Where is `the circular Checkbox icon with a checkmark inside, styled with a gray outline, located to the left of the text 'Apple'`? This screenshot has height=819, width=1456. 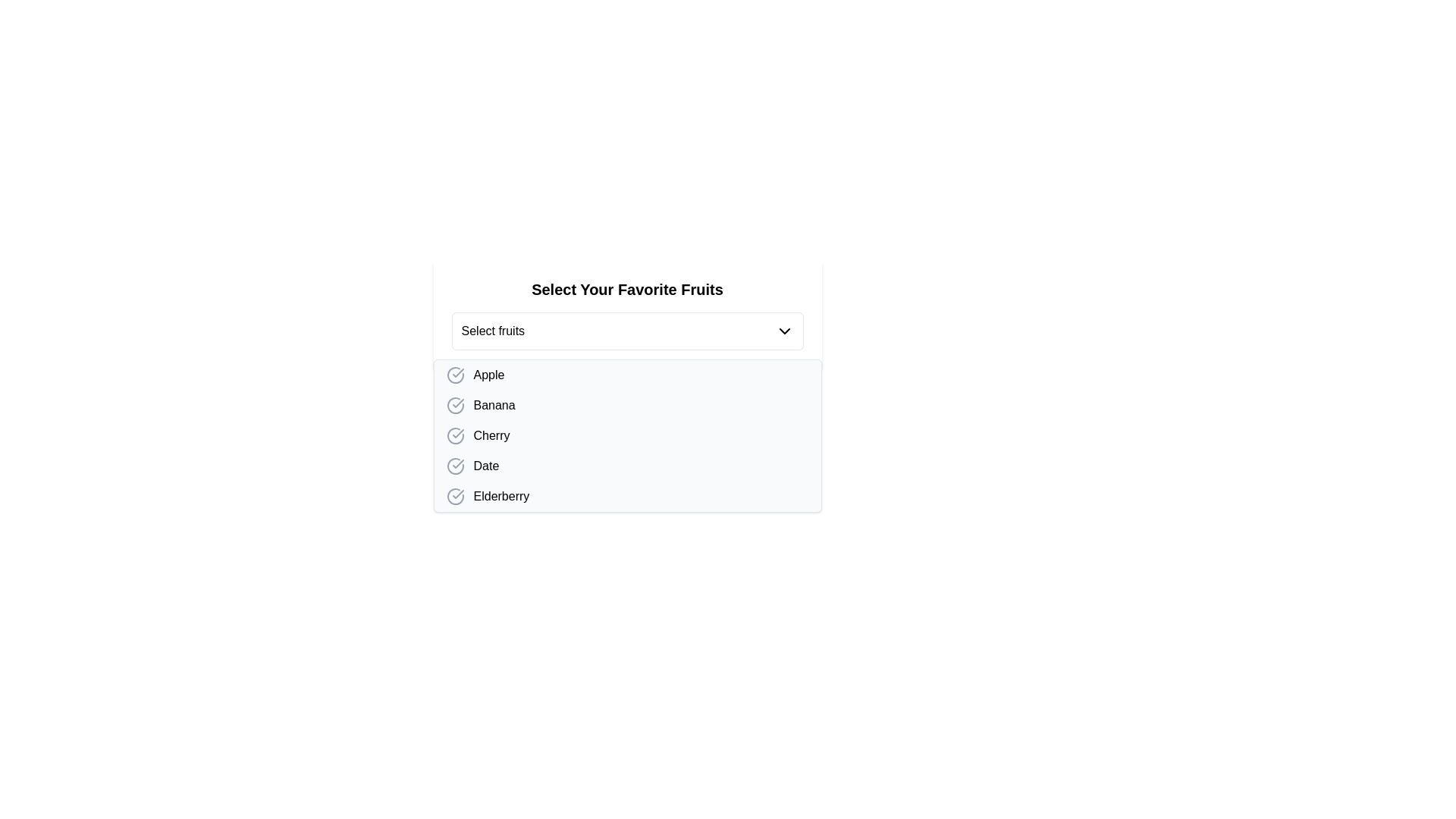 the circular Checkbox icon with a checkmark inside, styled with a gray outline, located to the left of the text 'Apple' is located at coordinates (454, 375).